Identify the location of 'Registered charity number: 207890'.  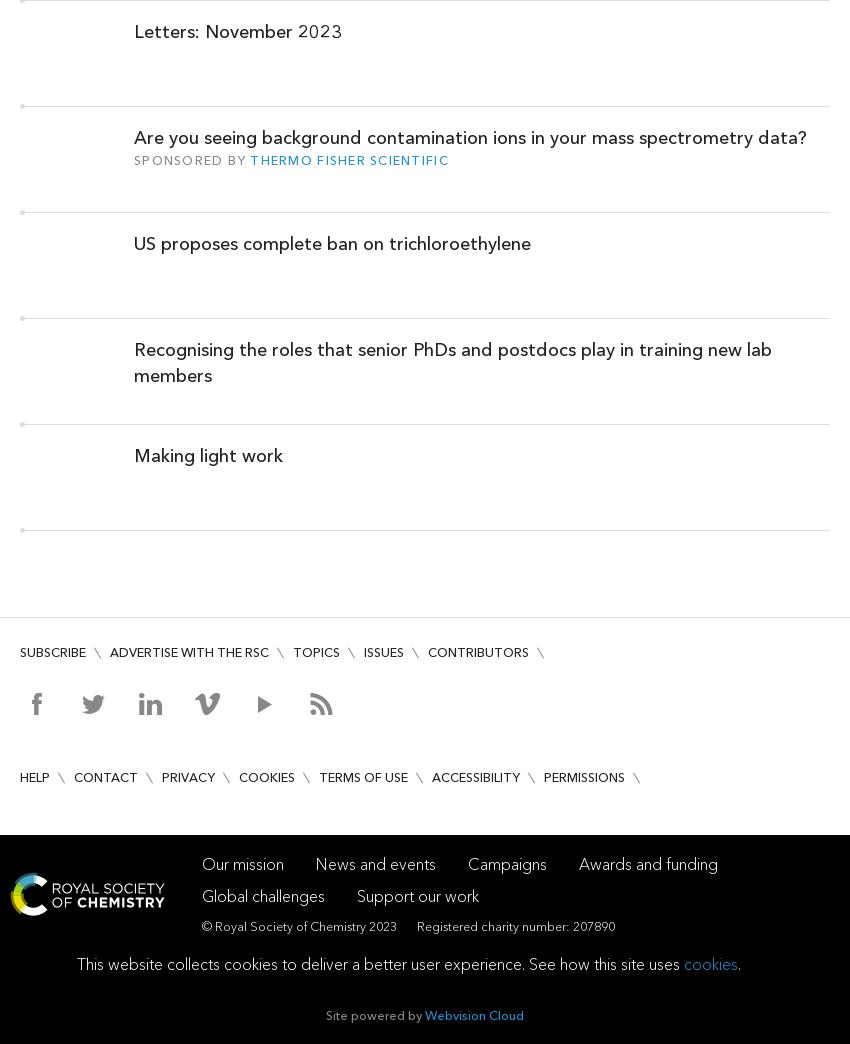
(515, 925).